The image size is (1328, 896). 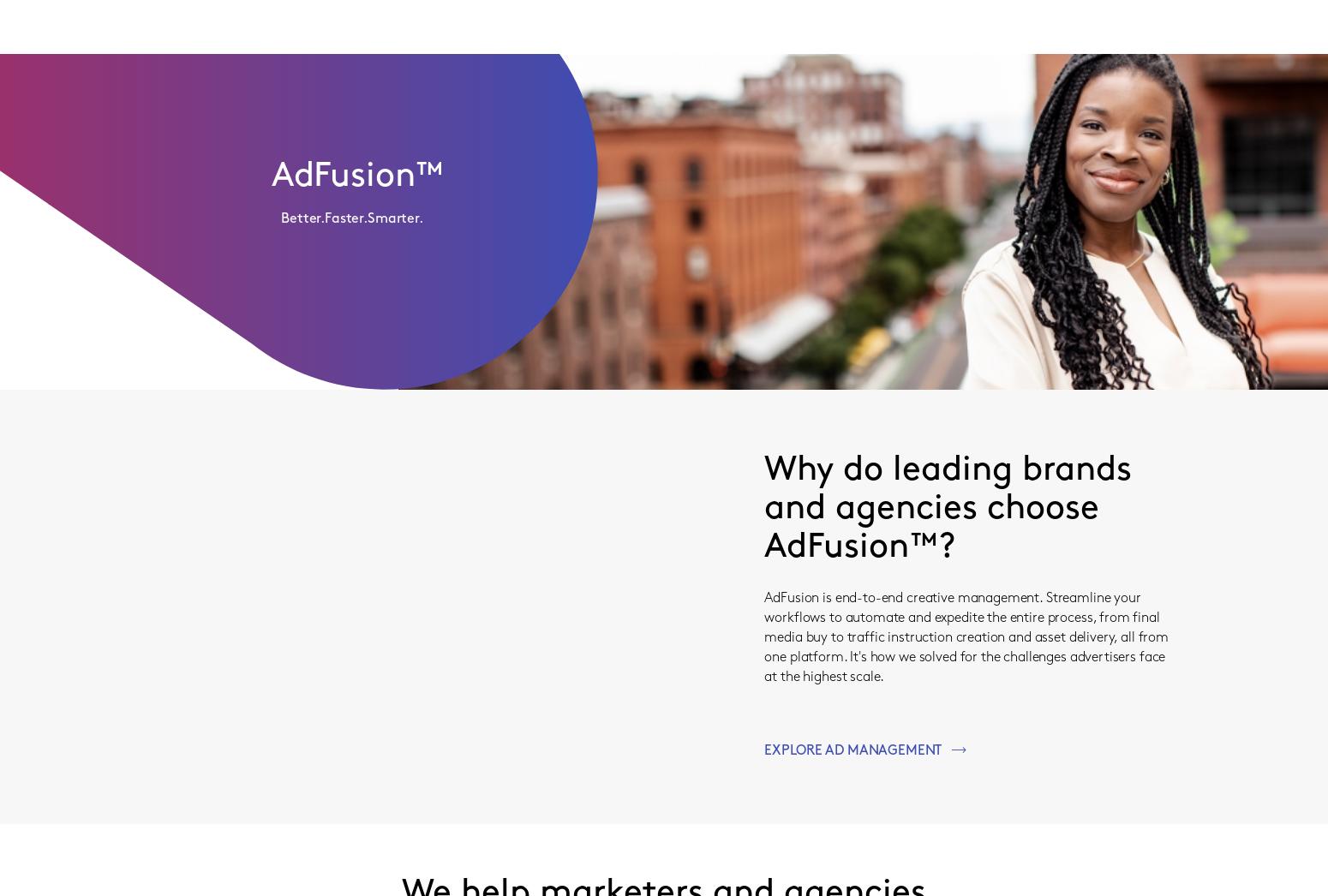 What do you see at coordinates (663, 250) in the screenshot?
I see `'Explore'` at bounding box center [663, 250].